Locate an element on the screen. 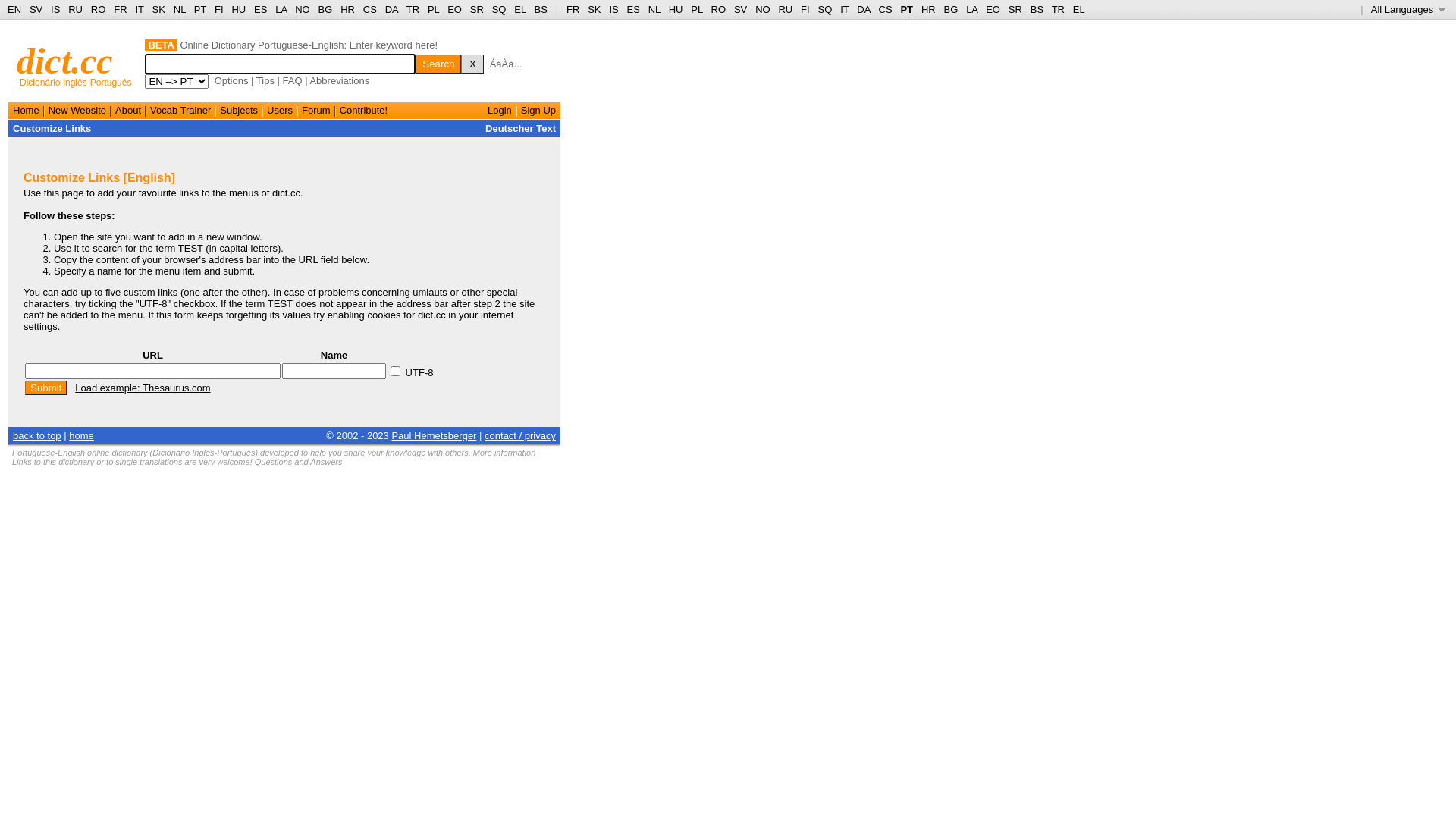 This screenshot has width=1456, height=819. 'IS' is located at coordinates (51, 9).